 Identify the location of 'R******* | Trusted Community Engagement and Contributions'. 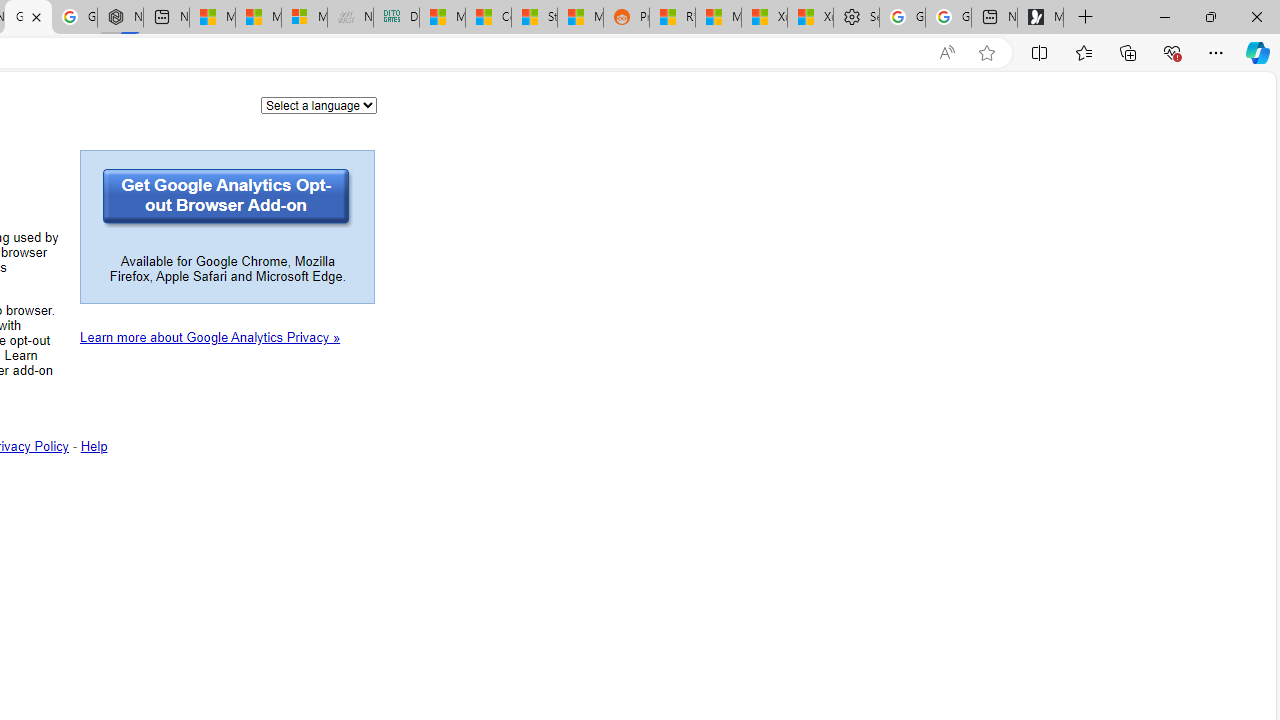
(672, 17).